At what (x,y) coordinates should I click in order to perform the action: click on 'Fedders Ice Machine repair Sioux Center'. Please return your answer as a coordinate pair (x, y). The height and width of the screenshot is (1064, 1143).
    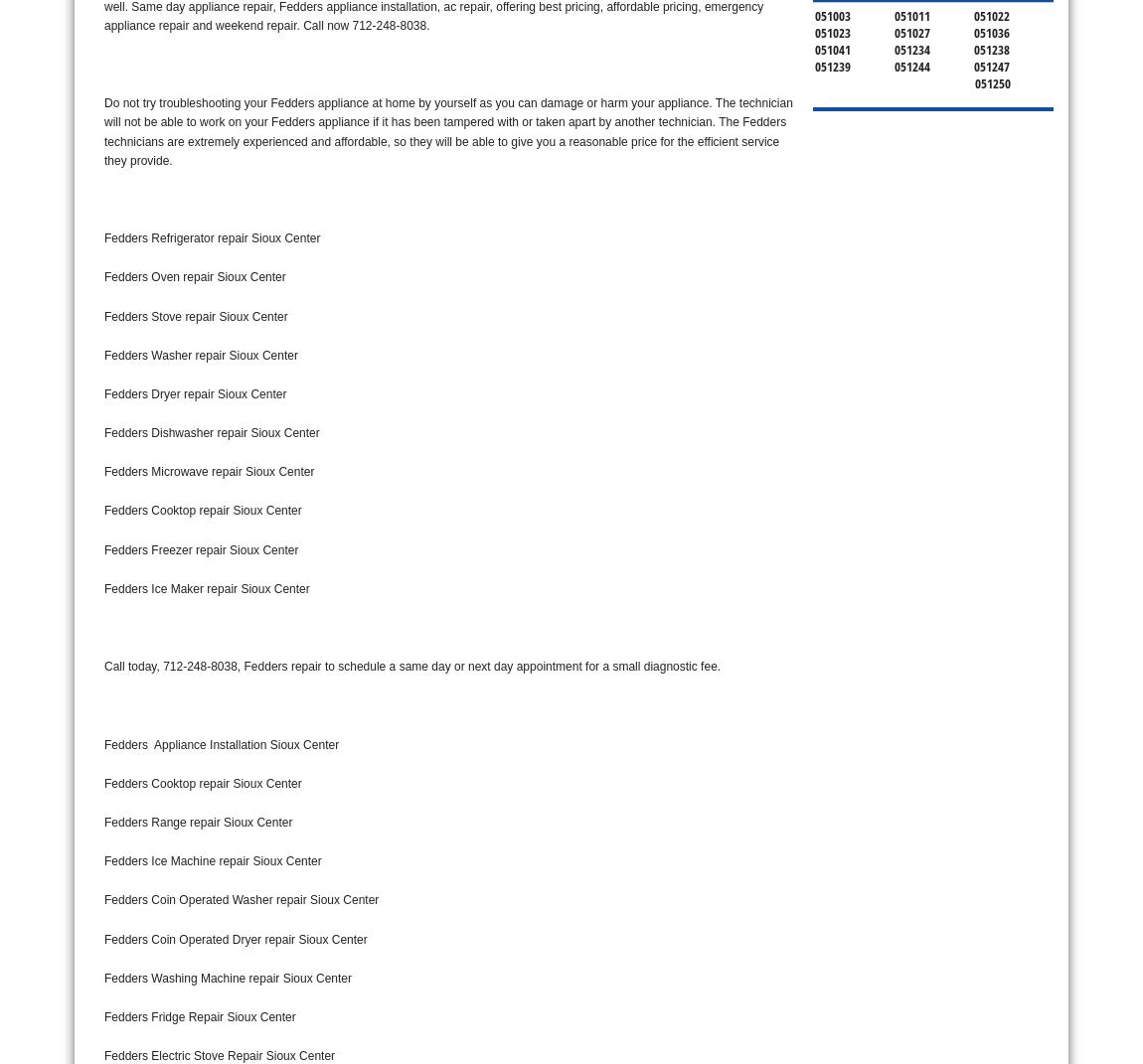
    Looking at the image, I should click on (212, 860).